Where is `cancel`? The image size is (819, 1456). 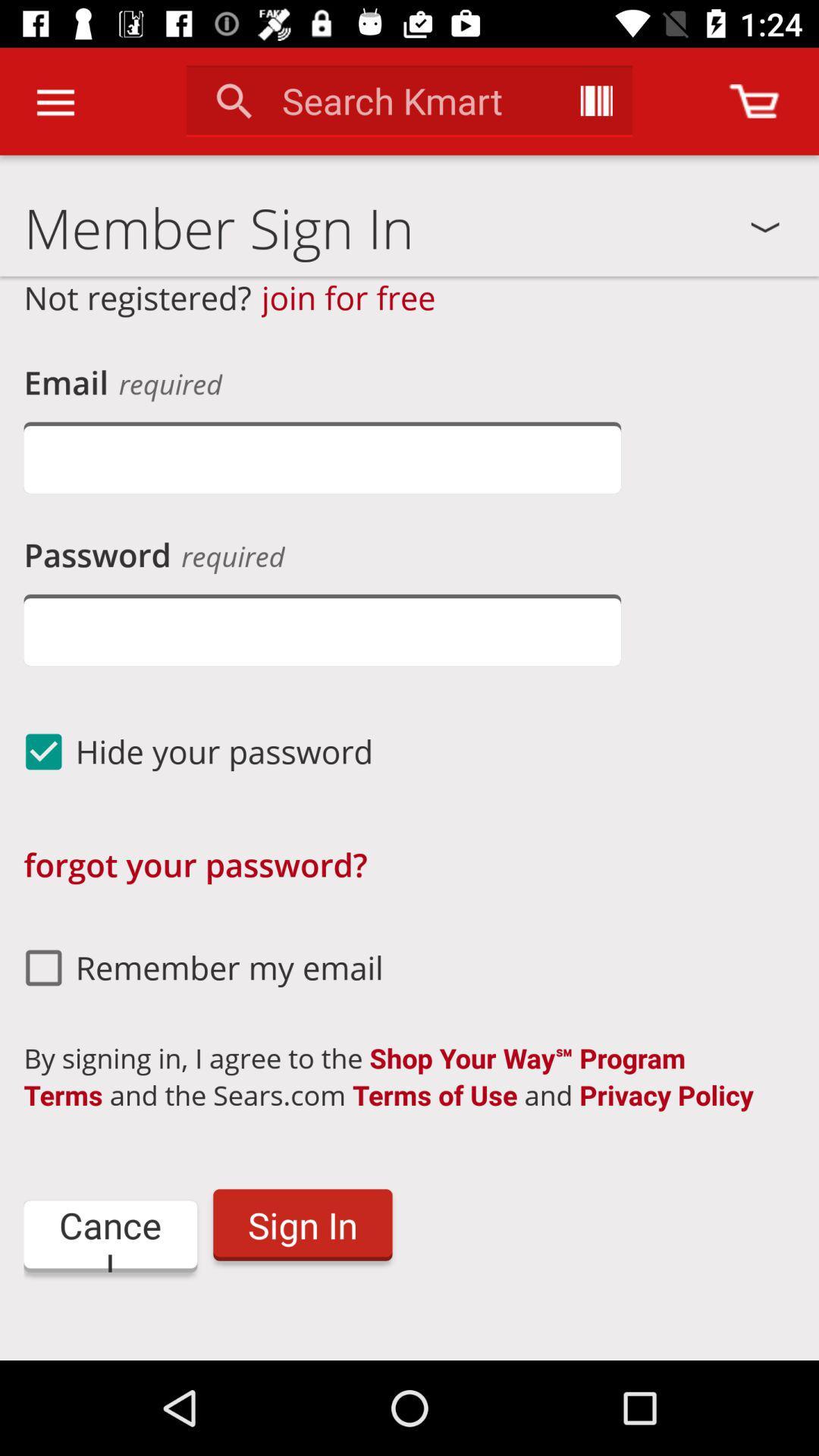 cancel is located at coordinates (109, 1236).